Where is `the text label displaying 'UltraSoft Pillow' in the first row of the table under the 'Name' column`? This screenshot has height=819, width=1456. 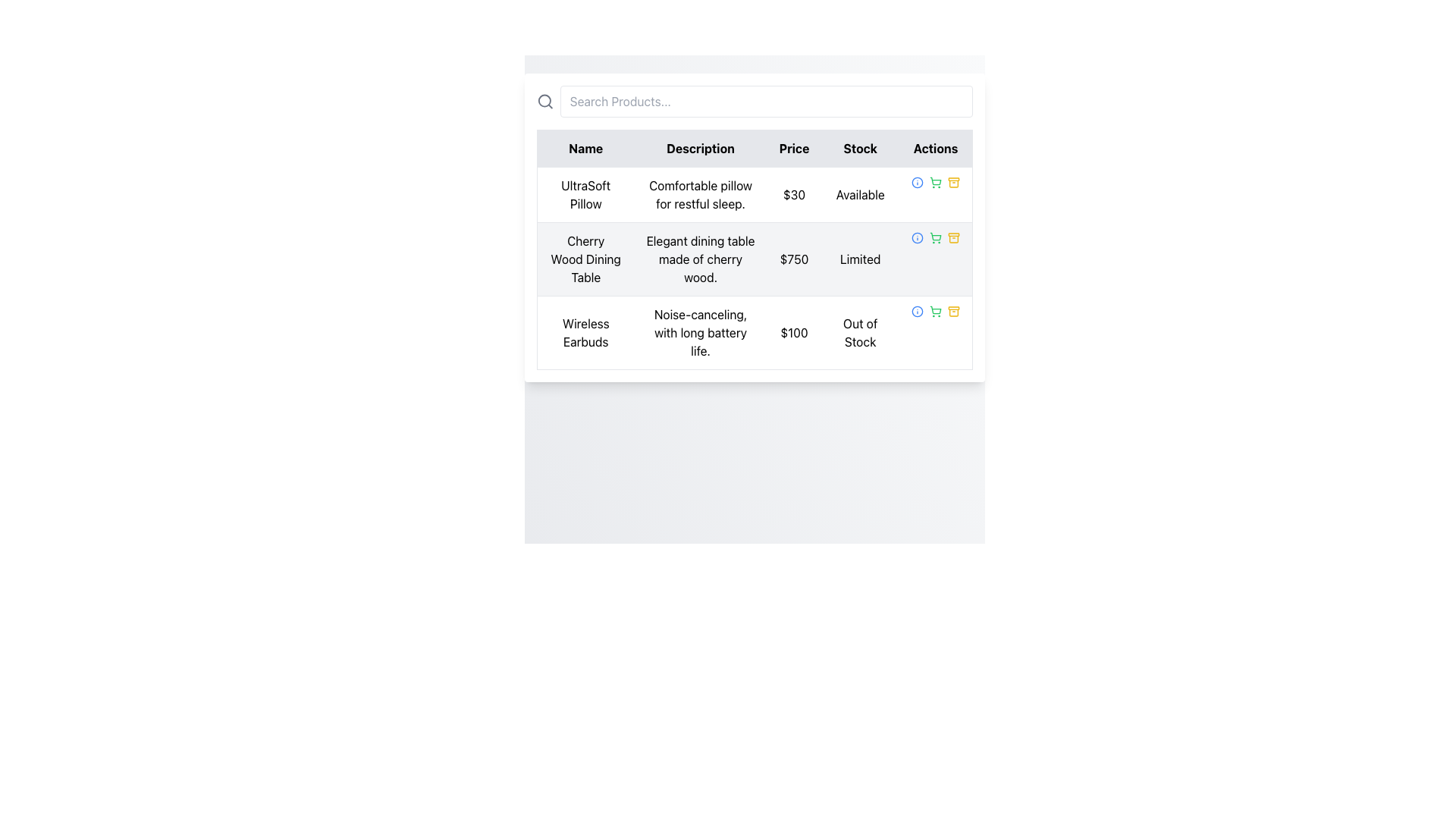 the text label displaying 'UltraSoft Pillow' in the first row of the table under the 'Name' column is located at coordinates (585, 194).